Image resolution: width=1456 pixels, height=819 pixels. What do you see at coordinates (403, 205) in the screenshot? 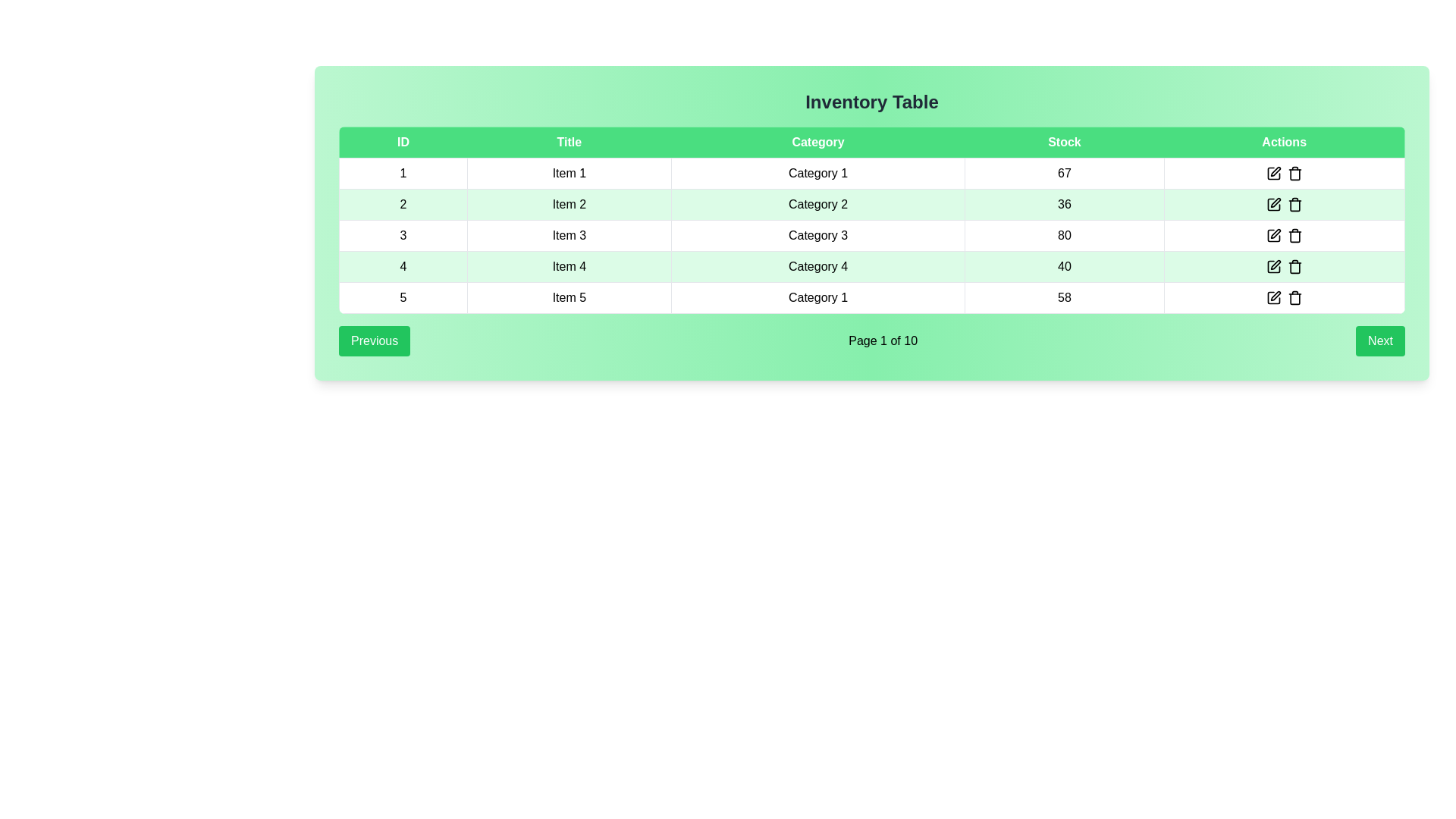
I see `the text label that serves as a unique identifier for the second row of the inventory table, located under the 'ID' header` at bounding box center [403, 205].